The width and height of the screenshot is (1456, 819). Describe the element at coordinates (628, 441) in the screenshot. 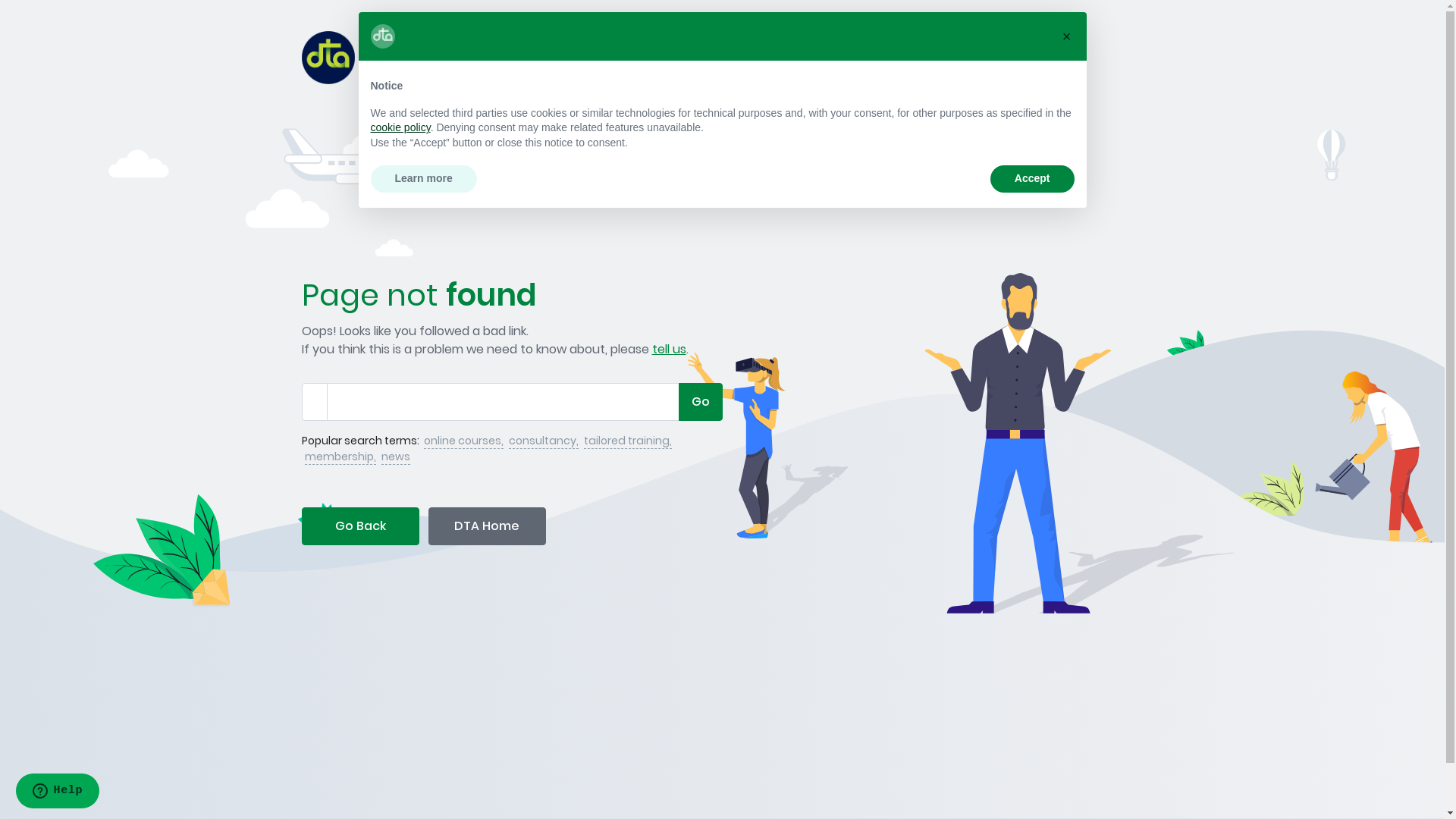

I see `'tailored training,'` at that location.